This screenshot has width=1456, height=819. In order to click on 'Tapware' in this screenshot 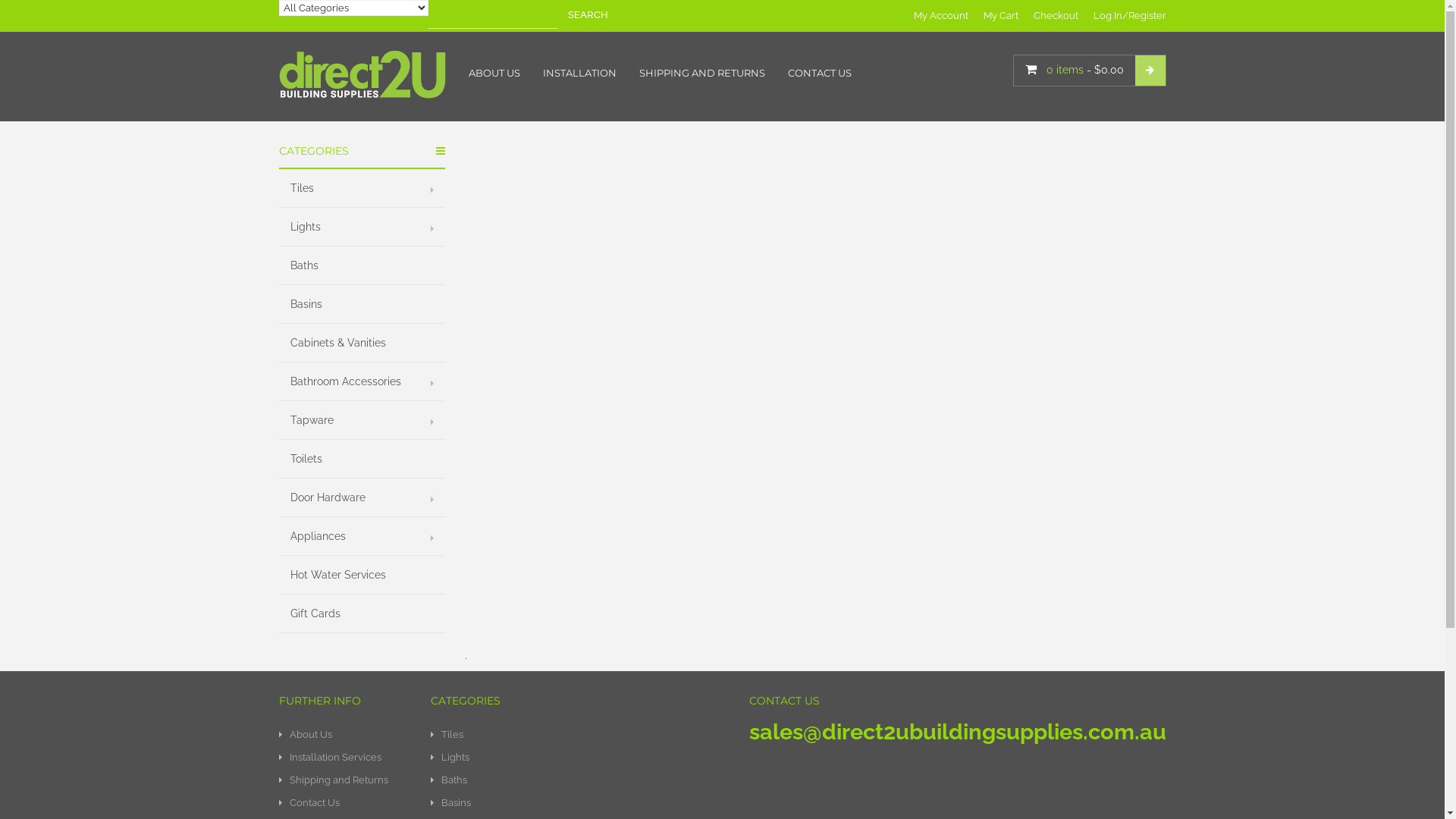, I will do `click(362, 420)`.